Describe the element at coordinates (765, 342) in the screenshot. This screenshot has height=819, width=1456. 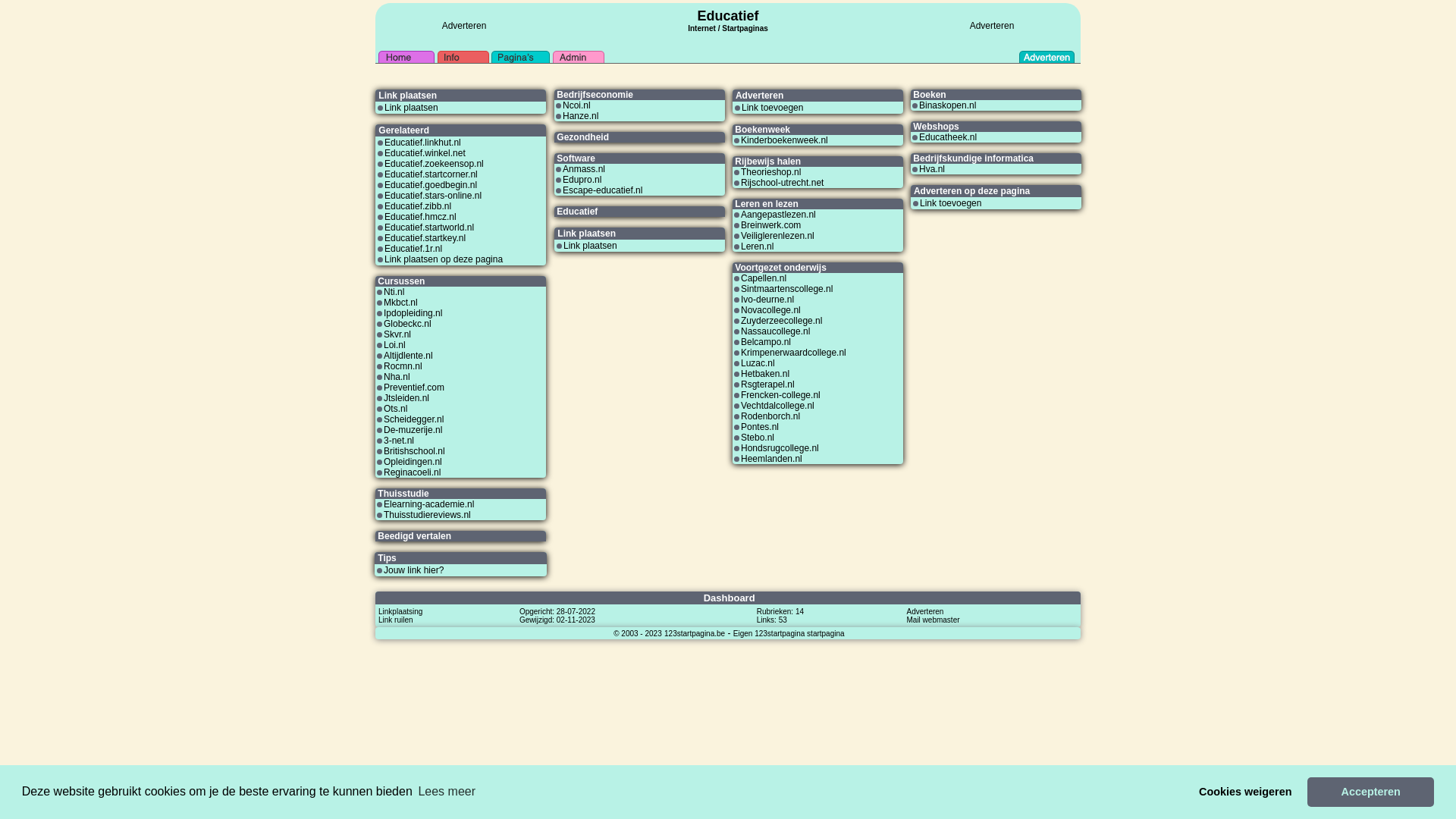
I see `'Belcampo.nl'` at that location.